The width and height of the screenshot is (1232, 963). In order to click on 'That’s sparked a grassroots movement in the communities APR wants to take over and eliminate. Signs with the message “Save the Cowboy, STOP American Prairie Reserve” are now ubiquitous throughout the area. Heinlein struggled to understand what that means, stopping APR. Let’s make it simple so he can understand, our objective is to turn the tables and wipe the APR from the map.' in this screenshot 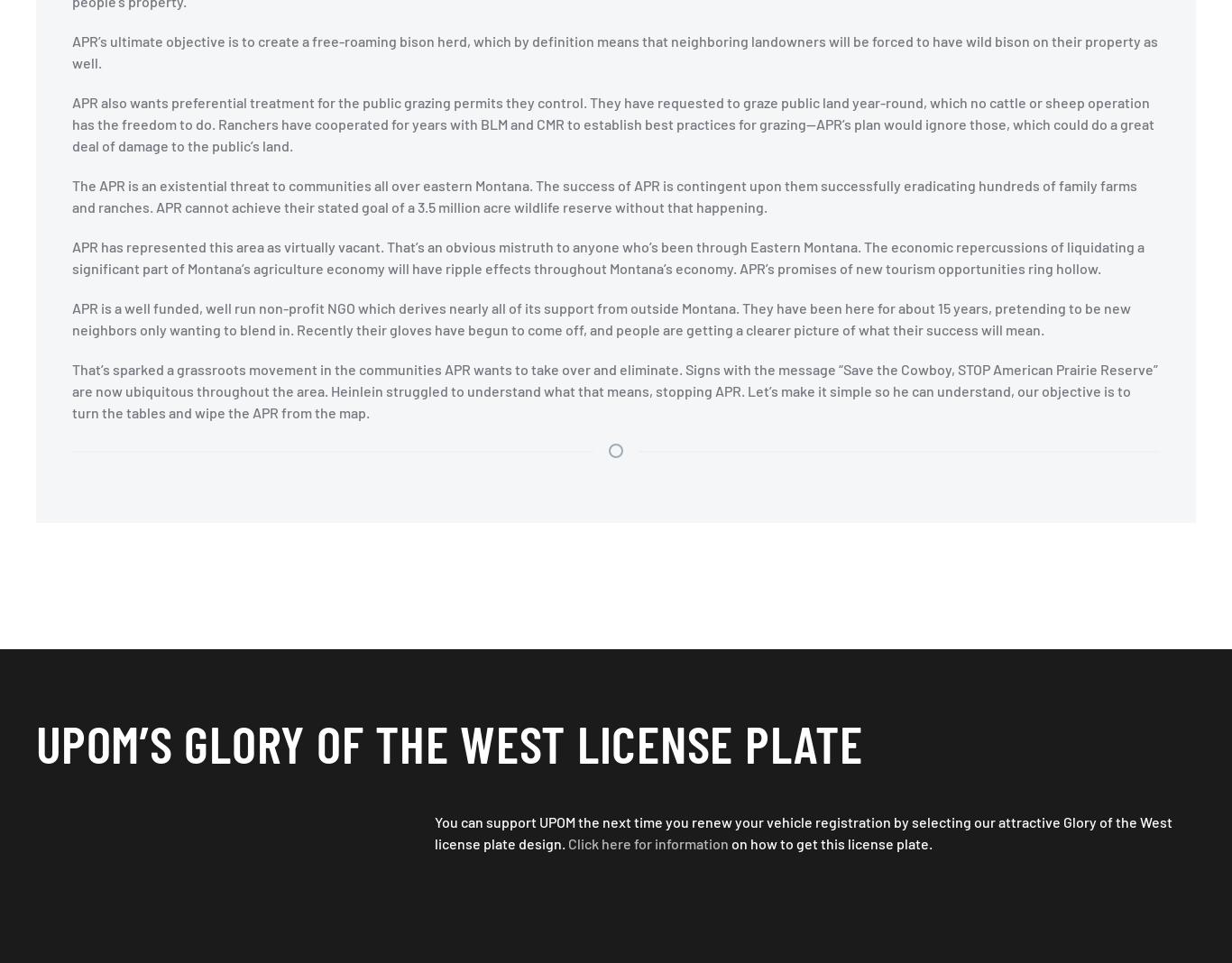, I will do `click(72, 390)`.